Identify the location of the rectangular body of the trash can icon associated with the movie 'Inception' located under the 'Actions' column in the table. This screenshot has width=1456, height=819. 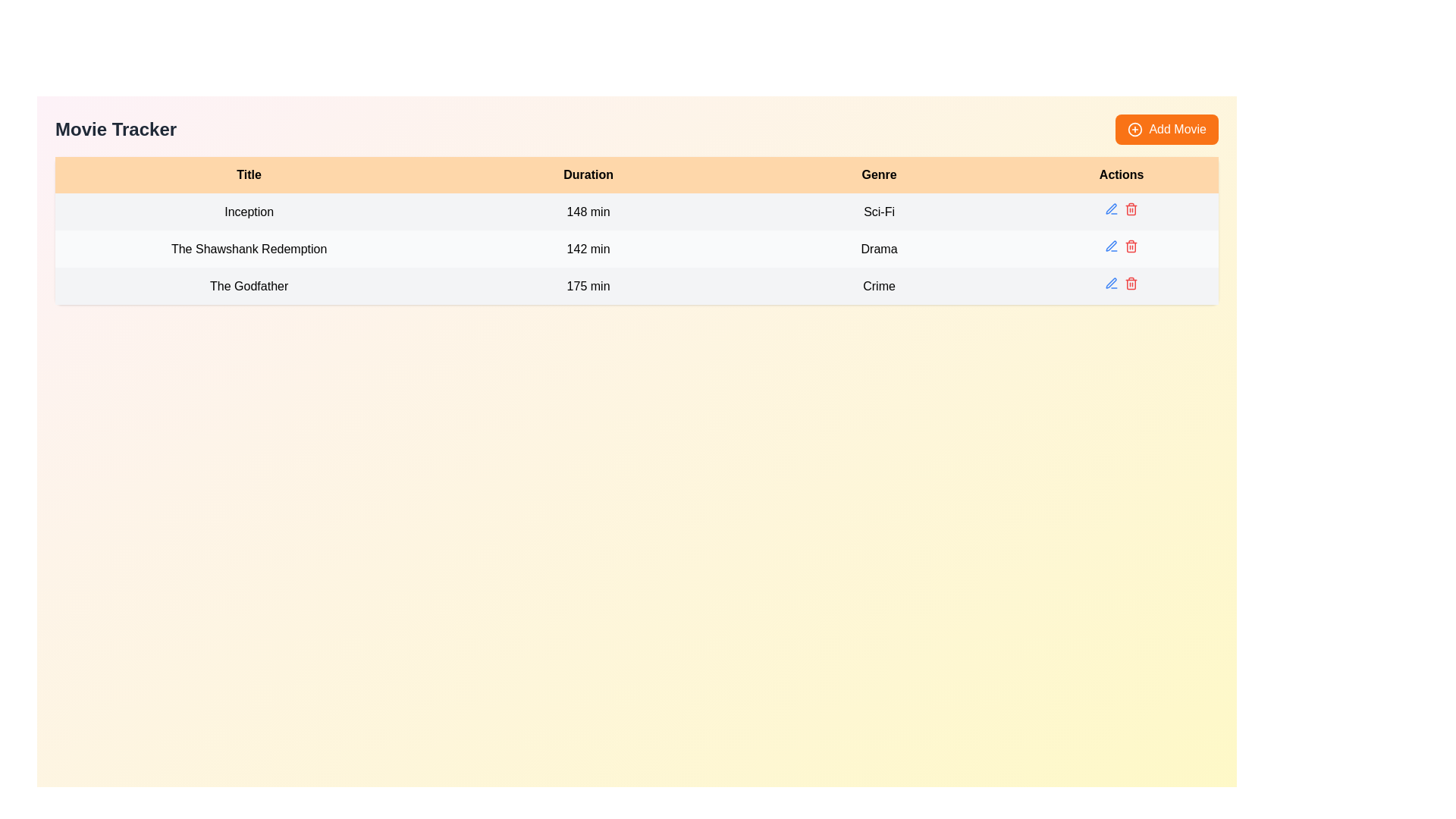
(1131, 210).